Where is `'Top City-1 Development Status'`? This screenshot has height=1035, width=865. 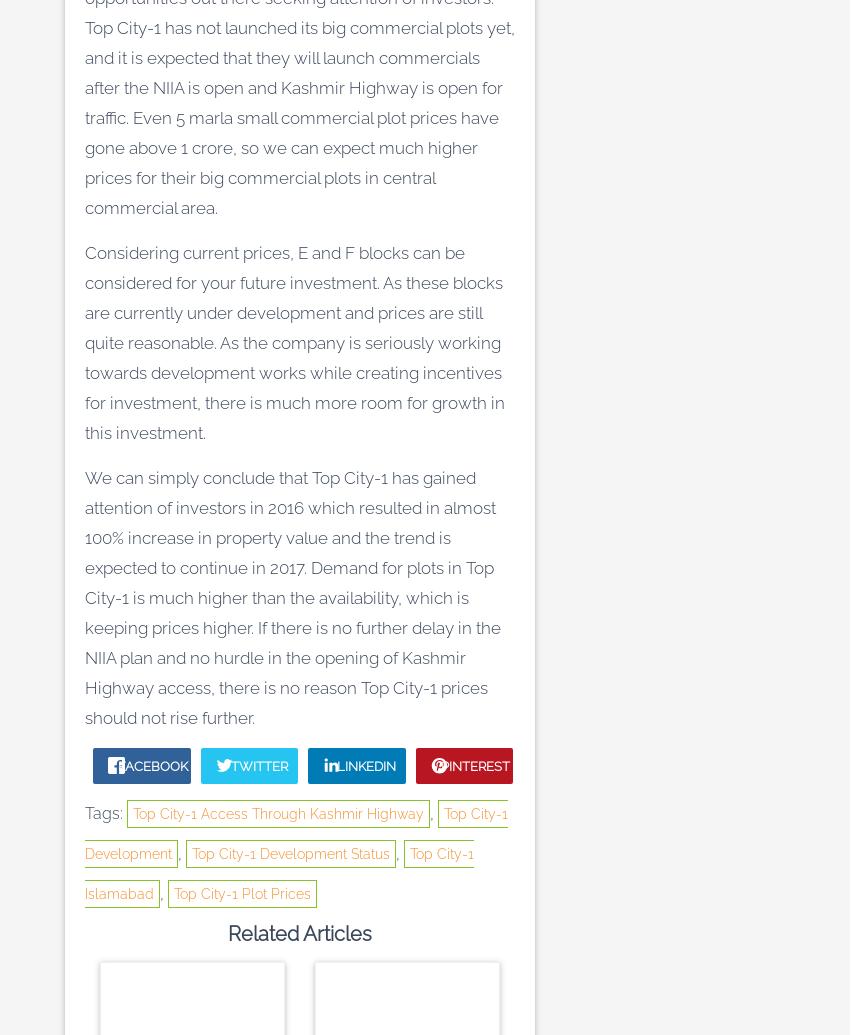 'Top City-1 Development Status' is located at coordinates (290, 852).